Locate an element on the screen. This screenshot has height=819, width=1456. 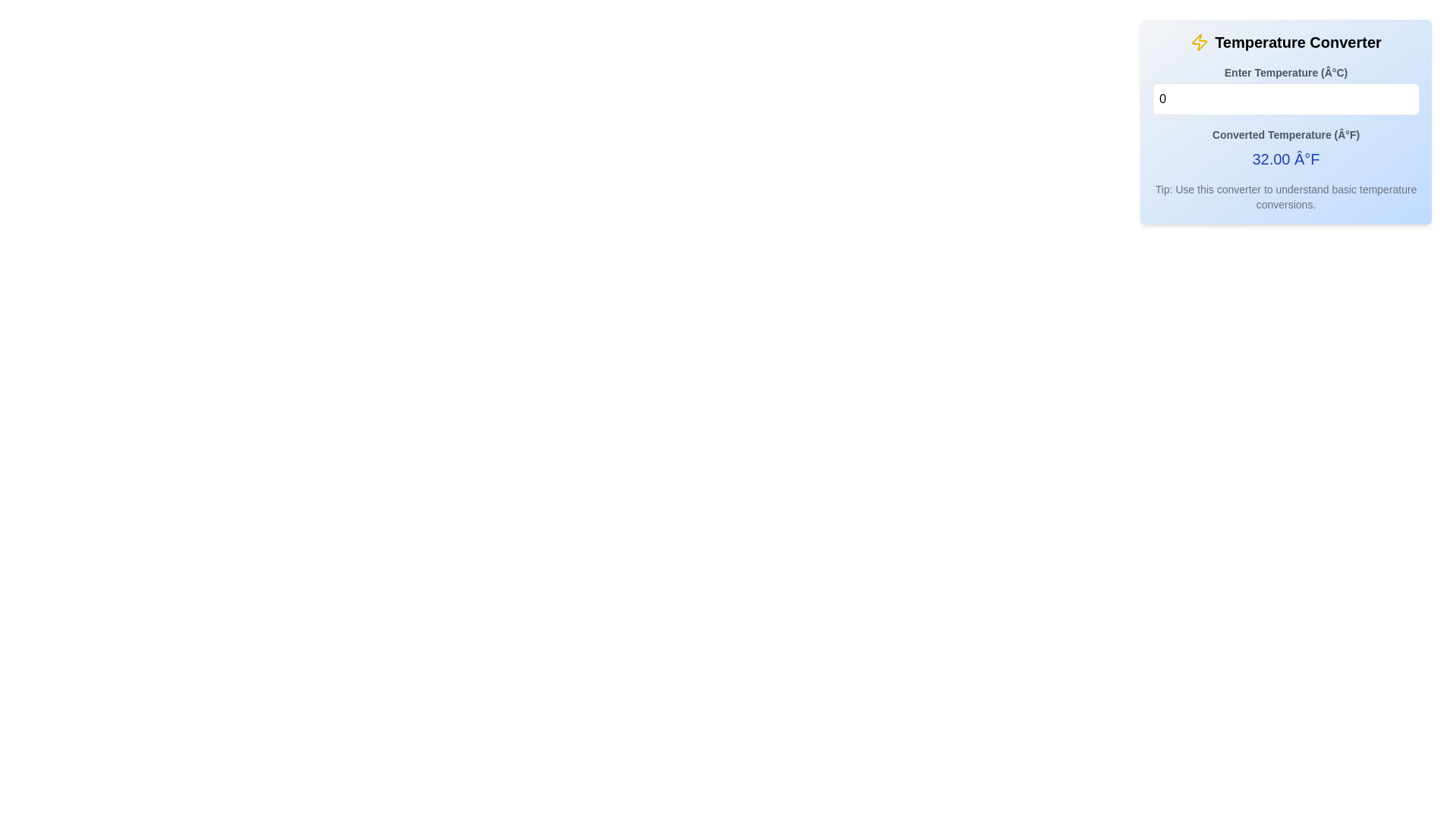
the Static Display Text that shows the converted temperature result, which includes the label 'Converted Temperature (°F)' and the temperature value '32.00 °F' is located at coordinates (1285, 149).